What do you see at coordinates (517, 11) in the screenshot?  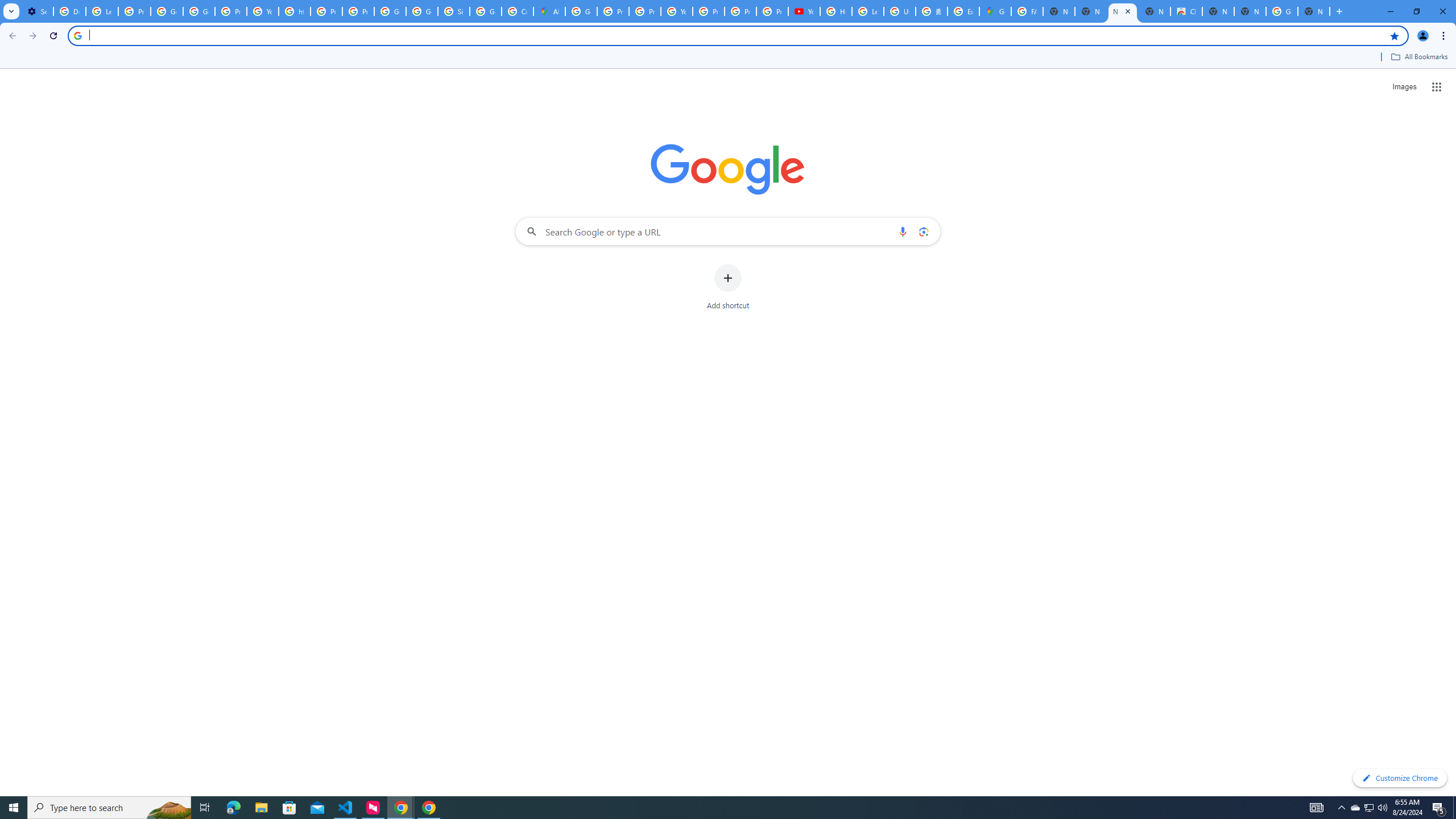 I see `'Create your Google Account'` at bounding box center [517, 11].